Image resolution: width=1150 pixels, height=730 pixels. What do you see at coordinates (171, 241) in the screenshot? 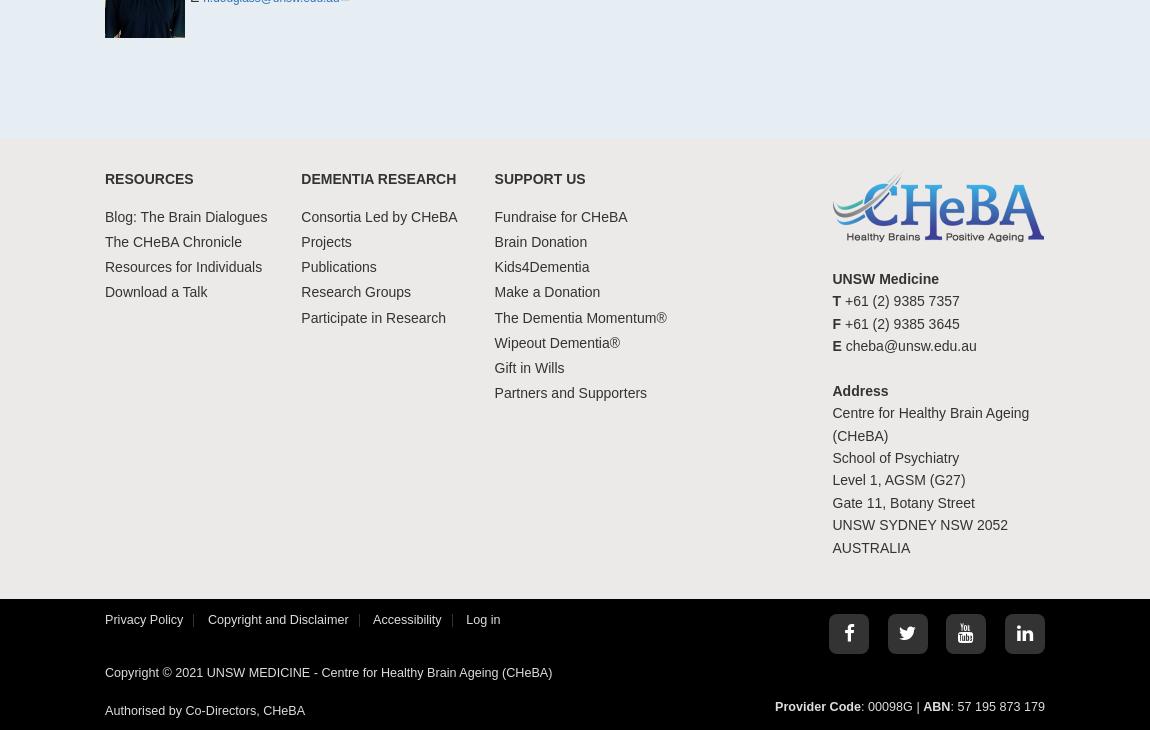
I see `'The CHeBA Chronicle'` at bounding box center [171, 241].